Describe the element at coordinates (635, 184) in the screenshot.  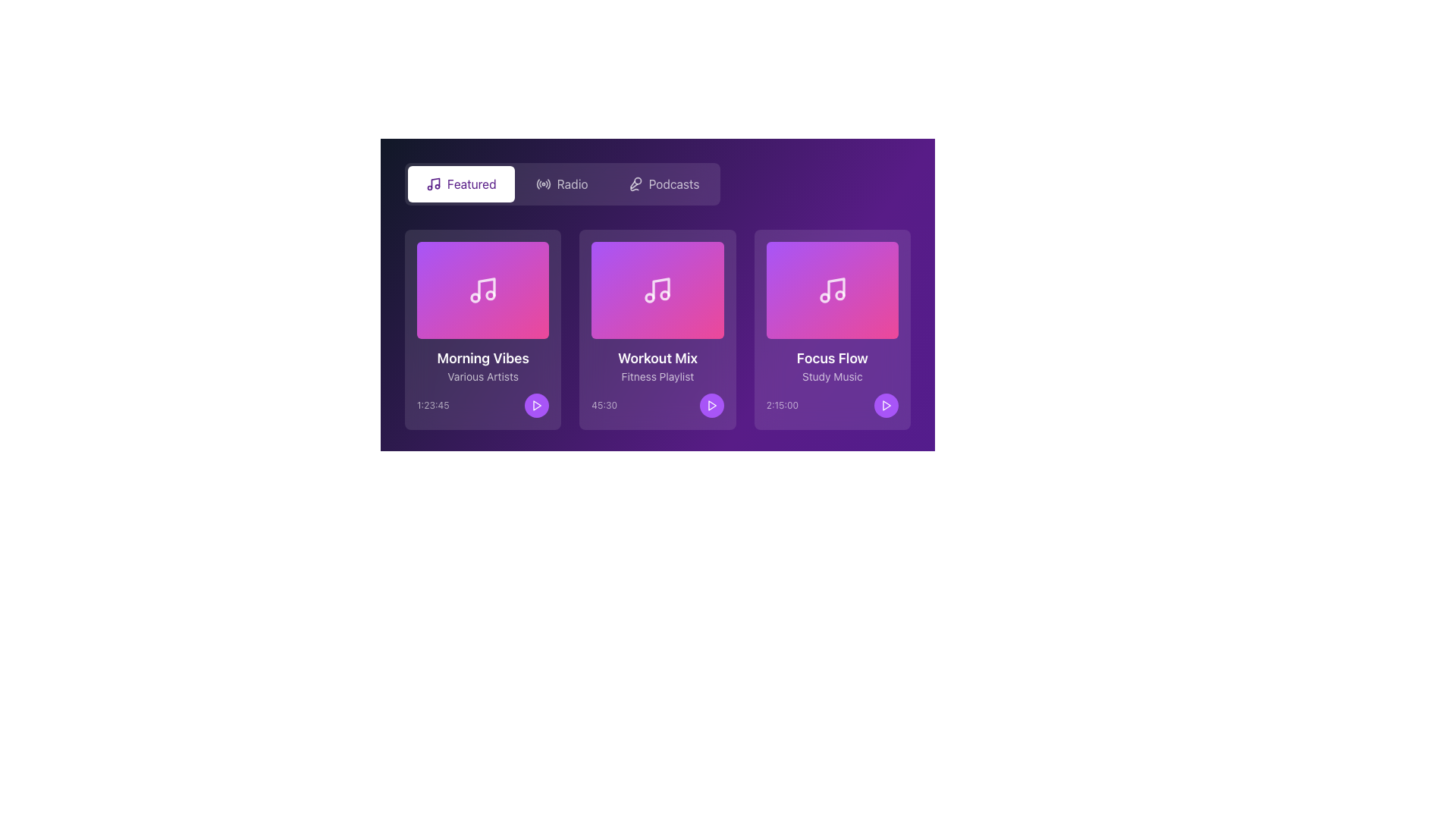
I see `the microphone icon located to the left of the 'Podcasts' text in the header section of the user interface` at that location.